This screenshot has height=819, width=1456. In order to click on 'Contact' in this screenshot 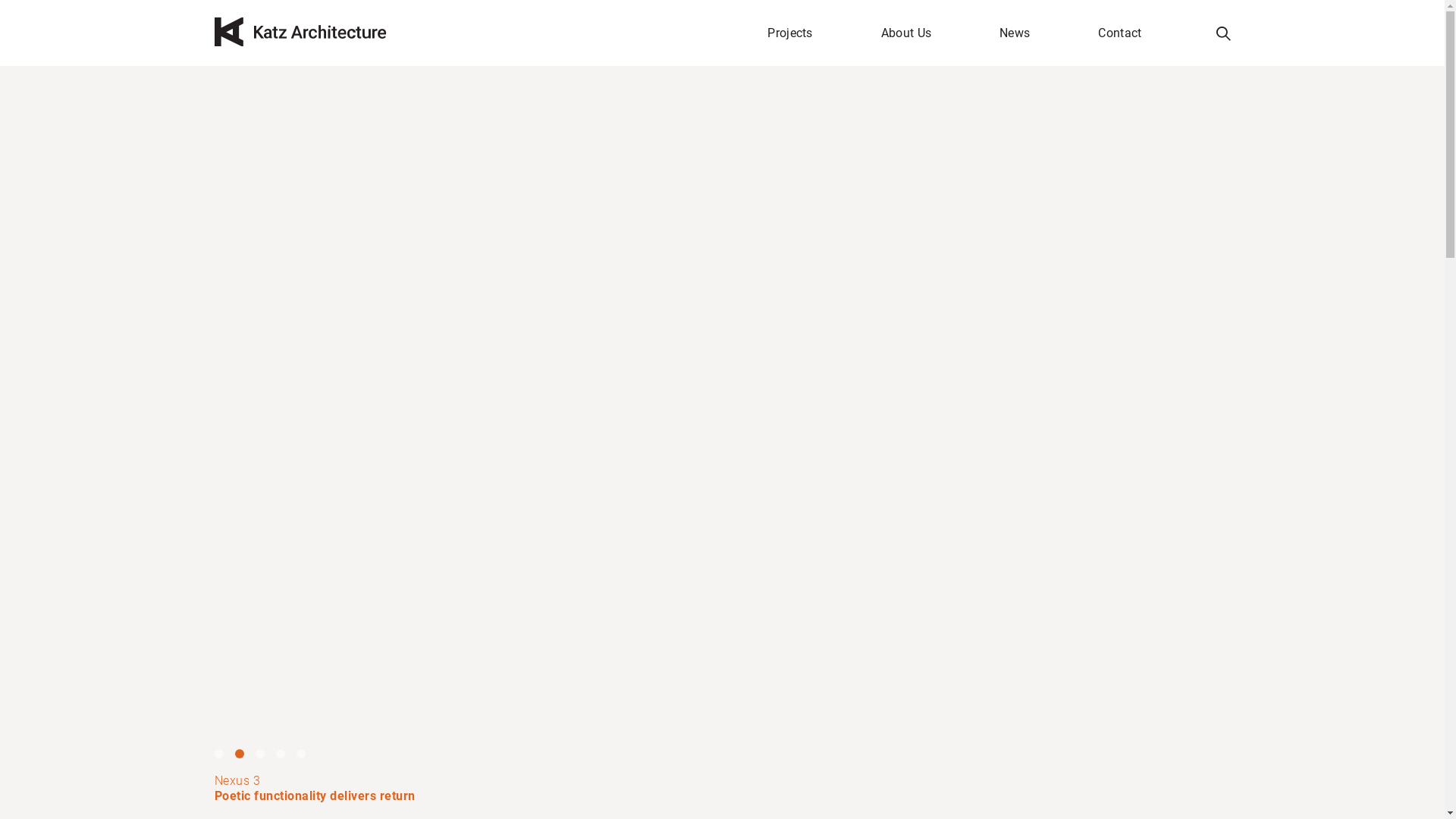, I will do `click(1119, 33)`.